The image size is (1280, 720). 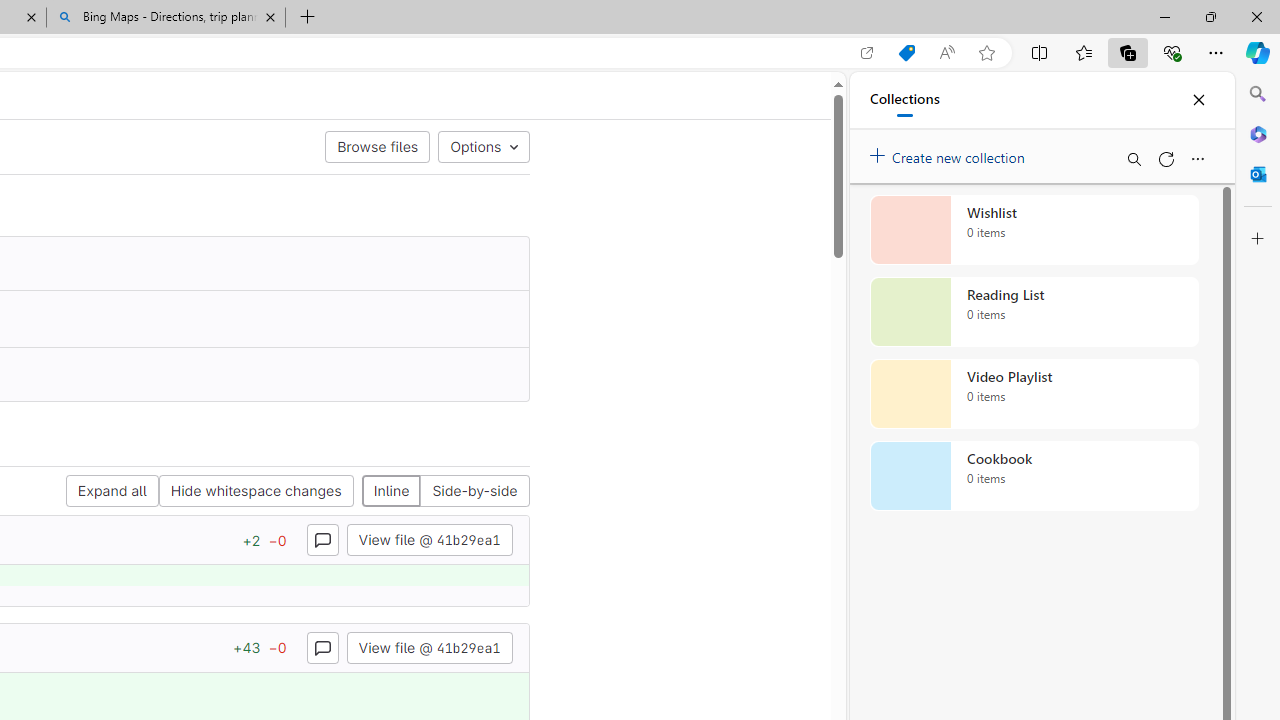 I want to click on 'Outlook', so click(x=1257, y=173).